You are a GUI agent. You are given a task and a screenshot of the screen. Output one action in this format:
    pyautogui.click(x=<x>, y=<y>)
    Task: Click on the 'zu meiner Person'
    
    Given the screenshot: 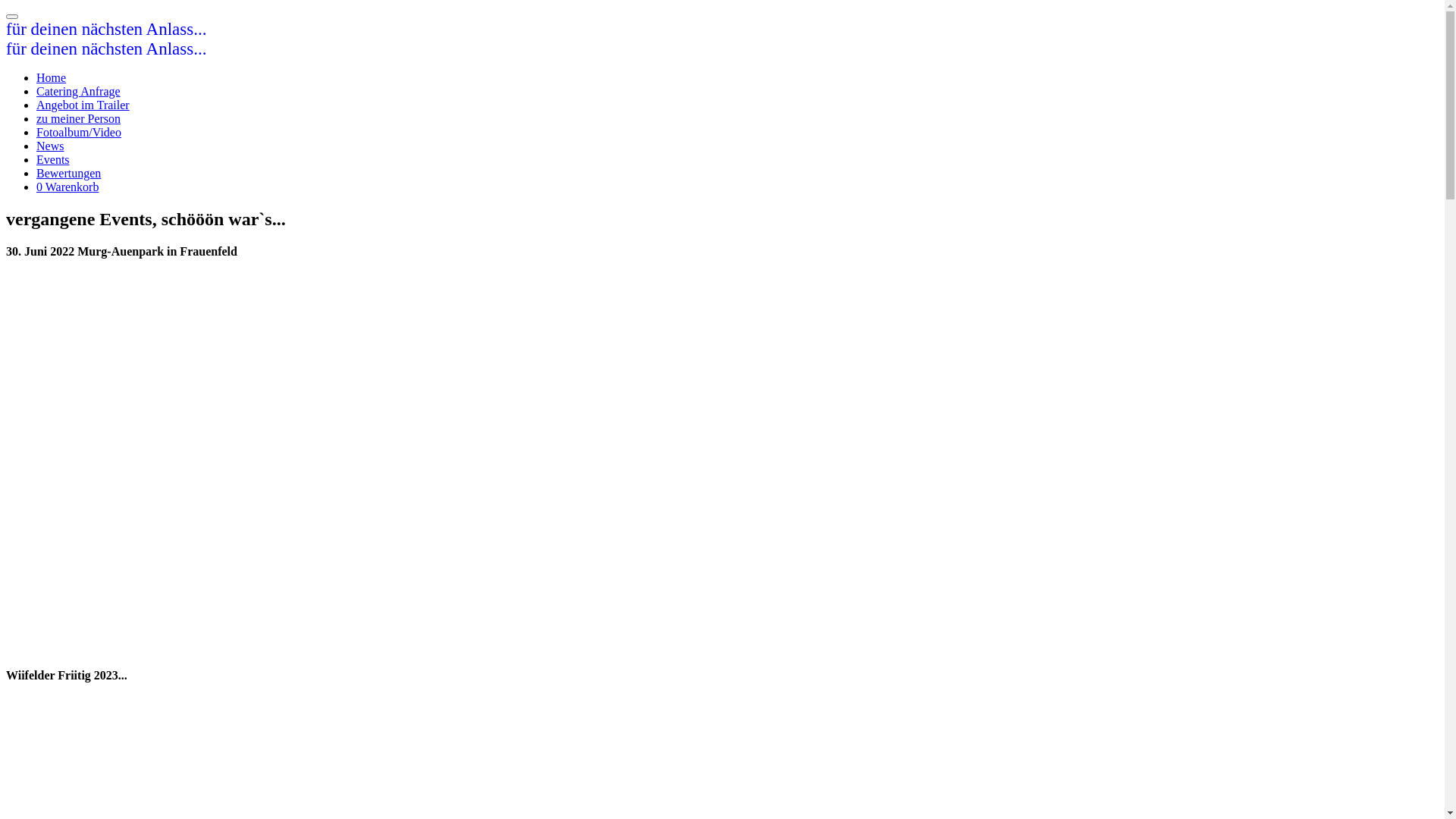 What is the action you would take?
    pyautogui.click(x=77, y=118)
    